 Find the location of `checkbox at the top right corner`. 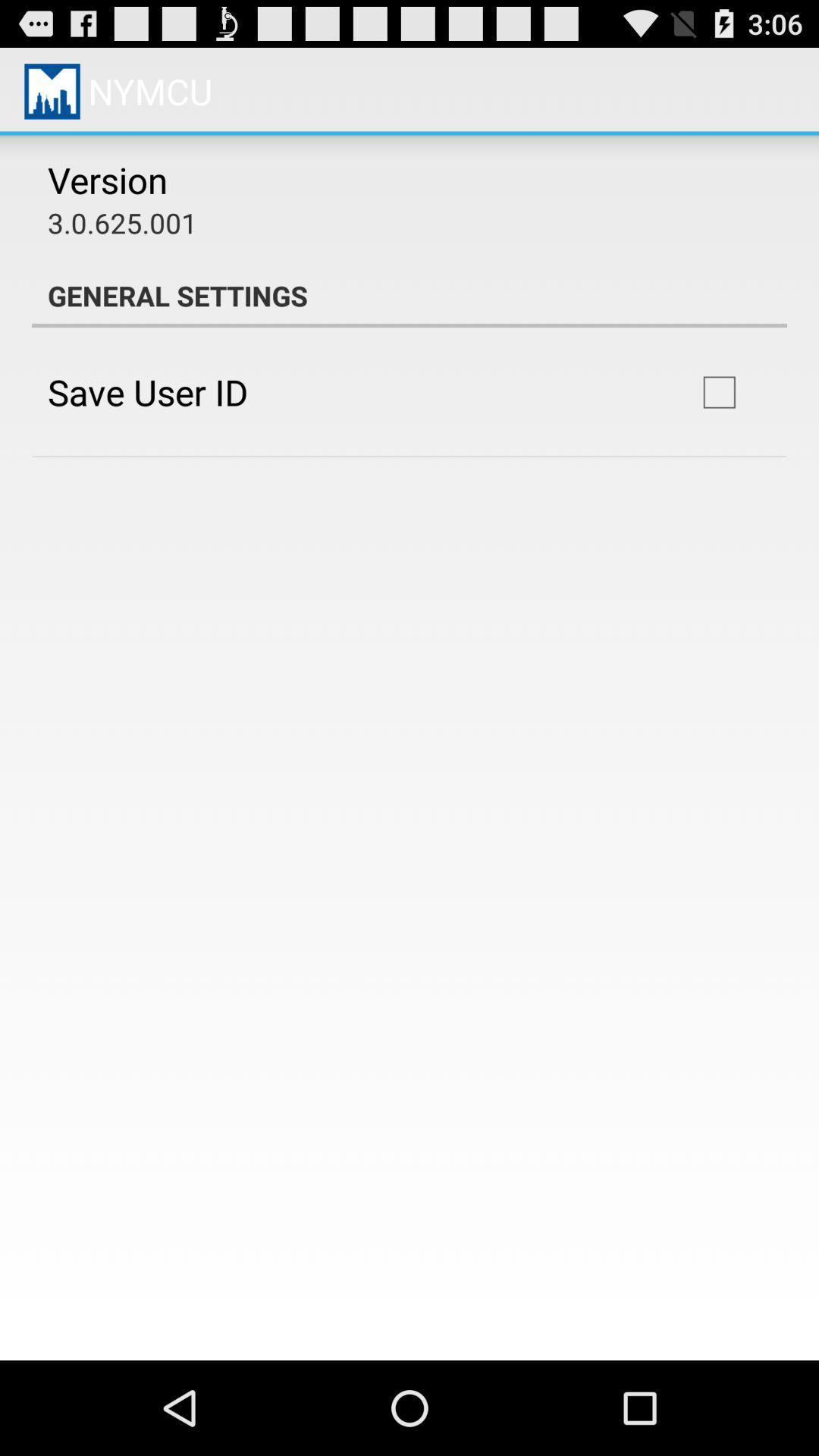

checkbox at the top right corner is located at coordinates (718, 392).